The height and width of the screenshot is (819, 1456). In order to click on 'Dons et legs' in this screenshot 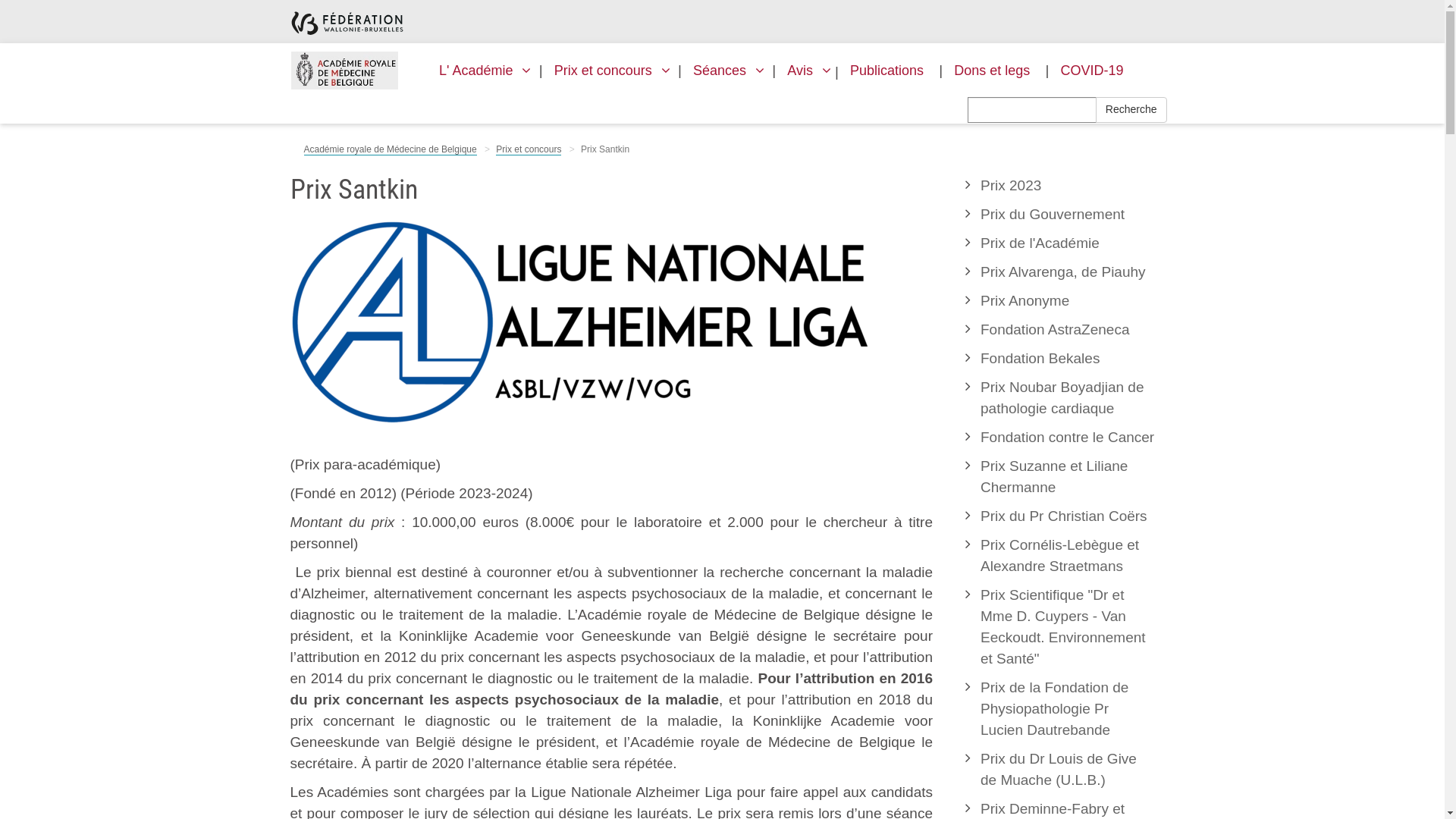, I will do `click(991, 70)`.